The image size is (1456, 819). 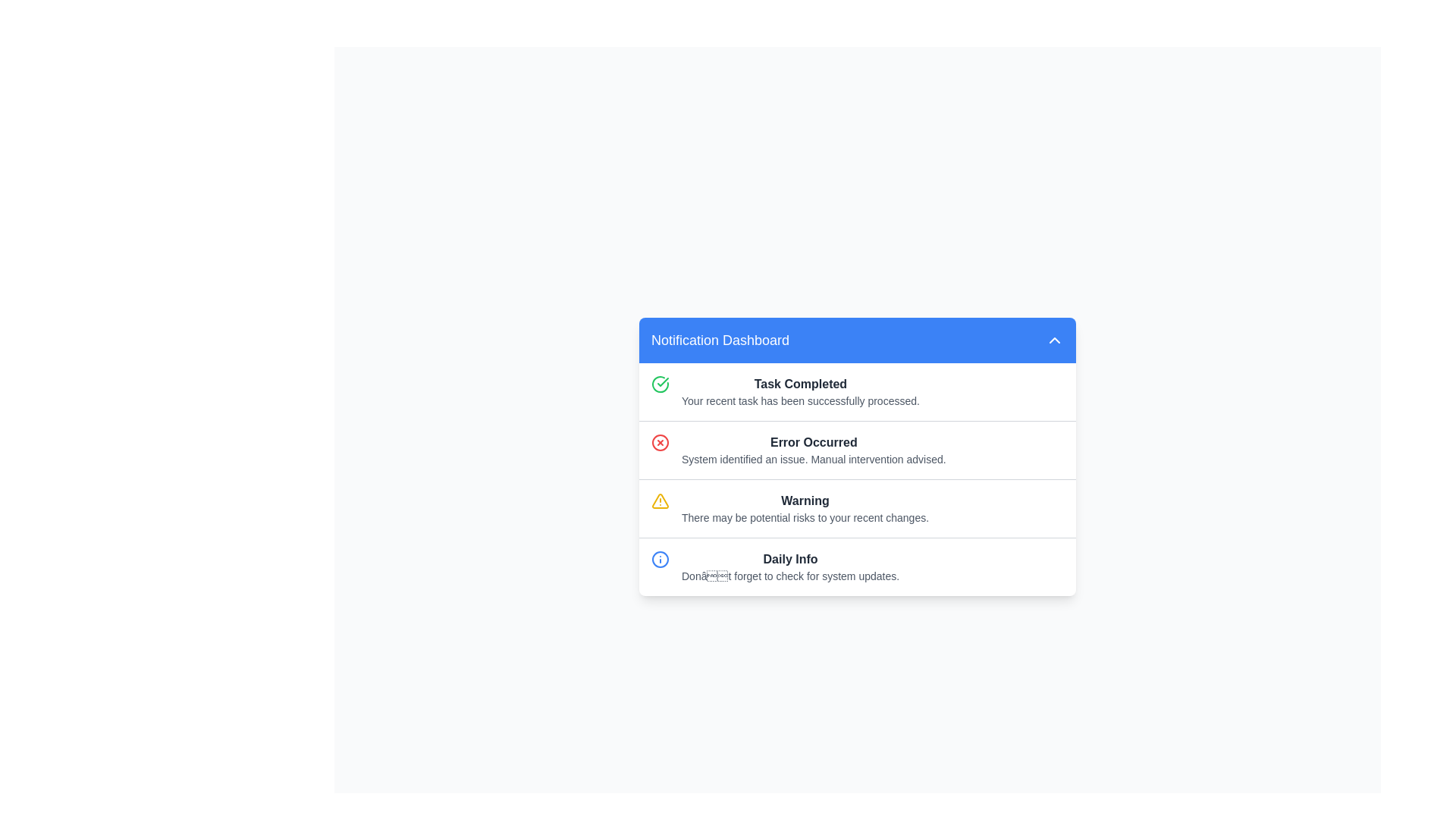 I want to click on text content of the first notification in the Notification Dashboard, which is indicated by a green checkmark icon to its left, so click(x=800, y=391).